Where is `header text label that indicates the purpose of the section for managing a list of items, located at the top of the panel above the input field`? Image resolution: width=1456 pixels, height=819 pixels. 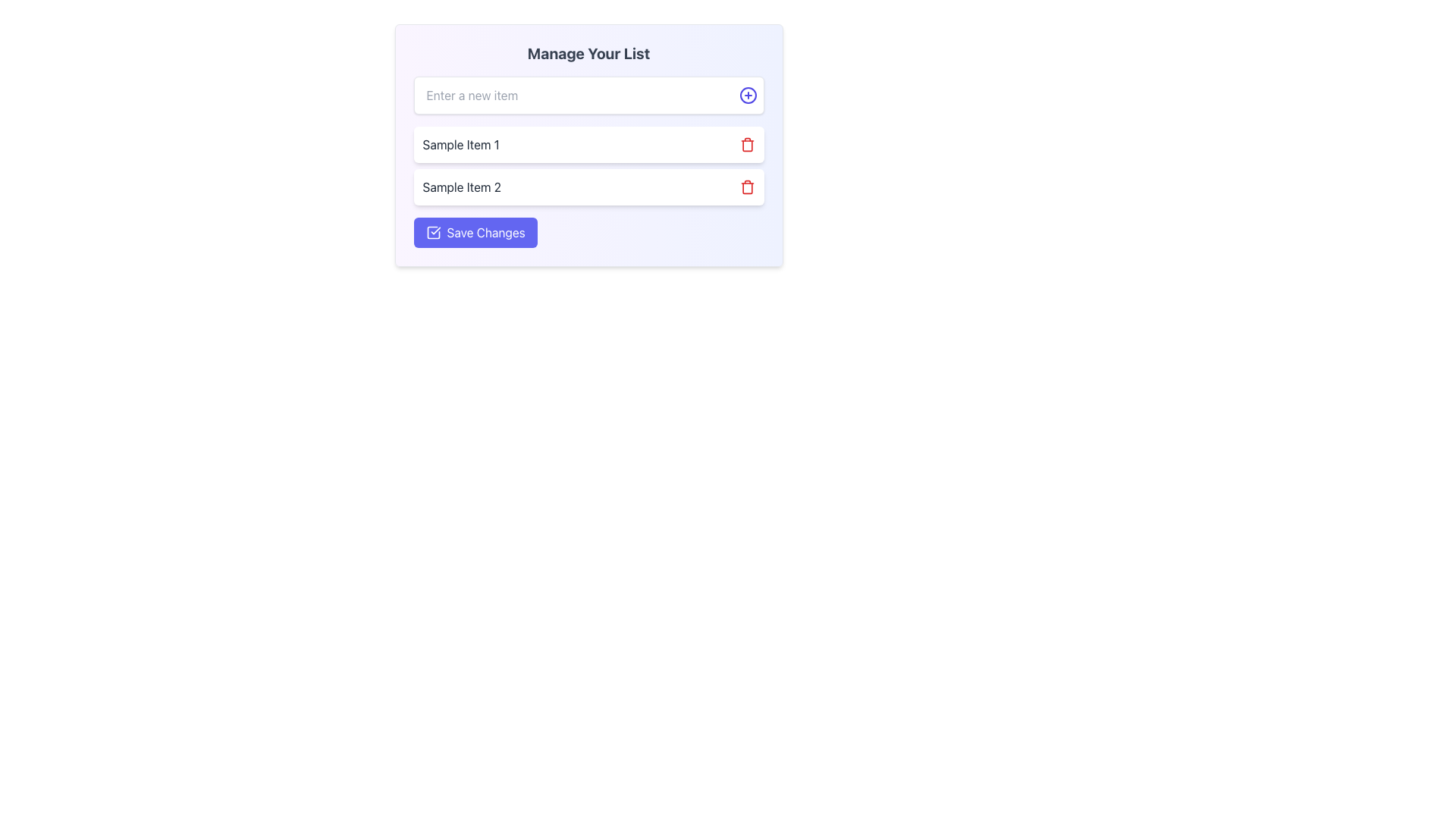
header text label that indicates the purpose of the section for managing a list of items, located at the top of the panel above the input field is located at coordinates (588, 52).